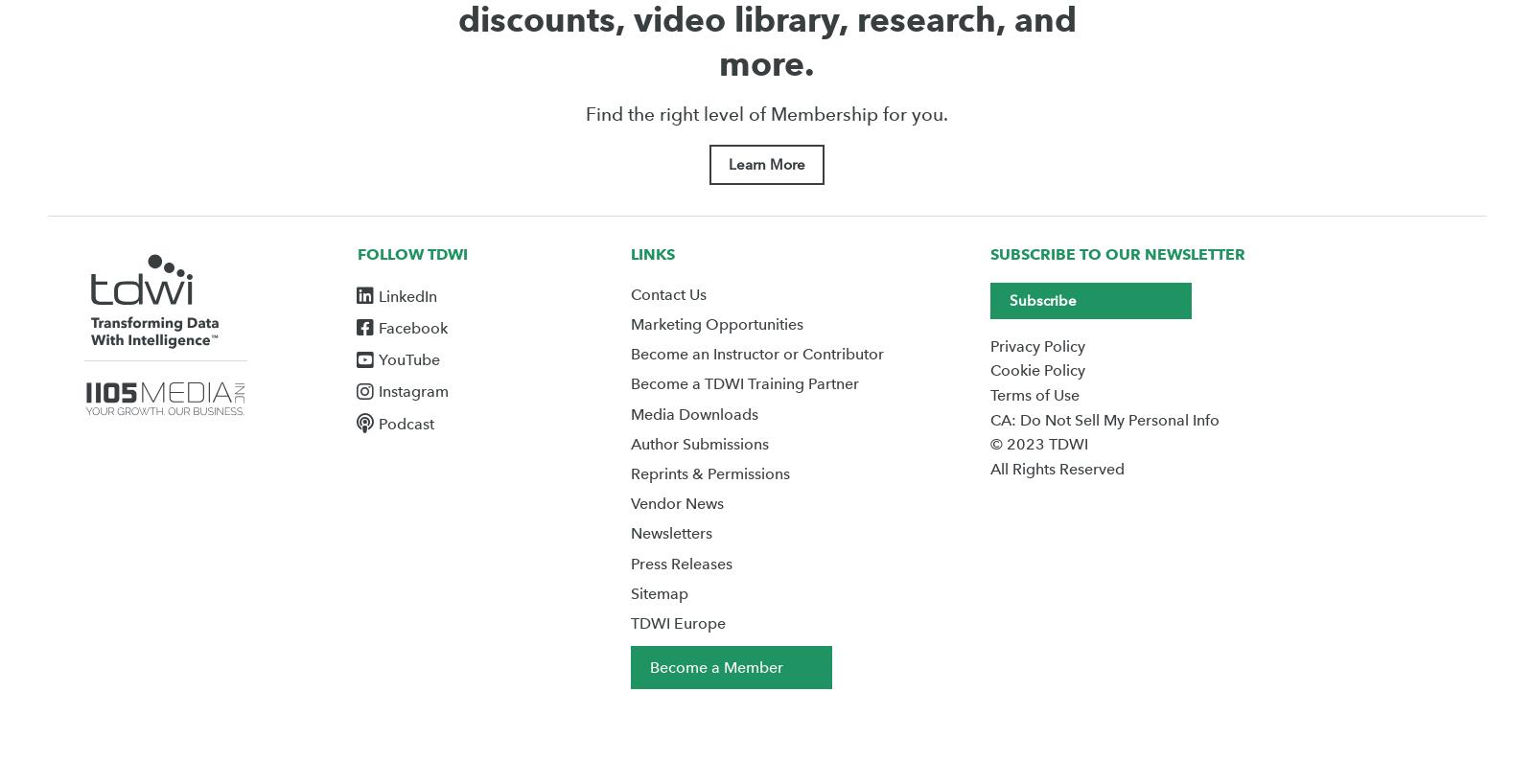  Describe the element at coordinates (1116, 253) in the screenshot. I see `'SUBSCRIBE TO OUR NEWSLETTER'` at that location.